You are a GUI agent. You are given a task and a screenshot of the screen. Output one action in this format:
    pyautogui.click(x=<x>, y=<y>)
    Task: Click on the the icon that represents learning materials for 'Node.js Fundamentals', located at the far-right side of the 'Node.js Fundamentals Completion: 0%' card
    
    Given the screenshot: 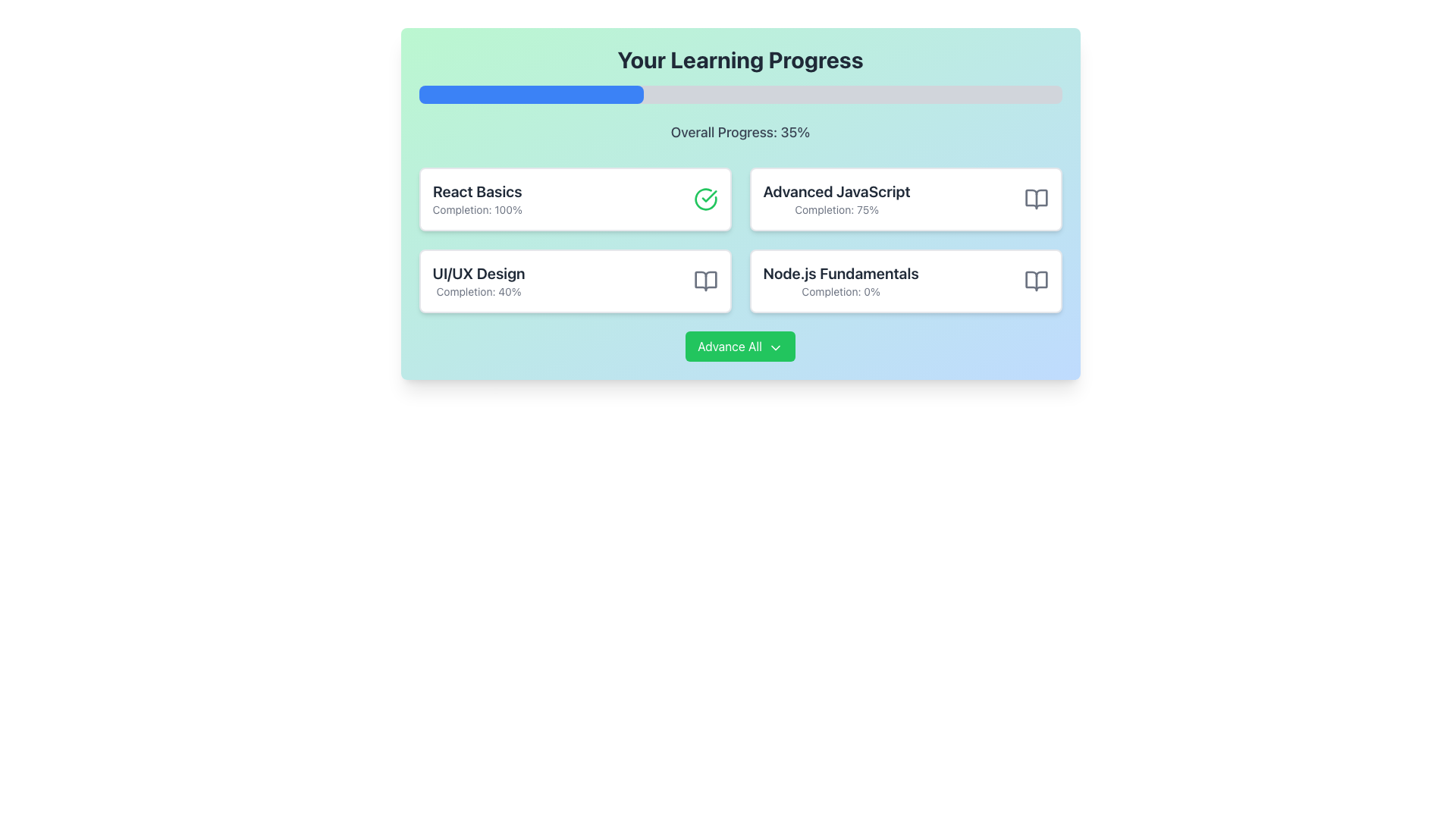 What is the action you would take?
    pyautogui.click(x=1035, y=281)
    